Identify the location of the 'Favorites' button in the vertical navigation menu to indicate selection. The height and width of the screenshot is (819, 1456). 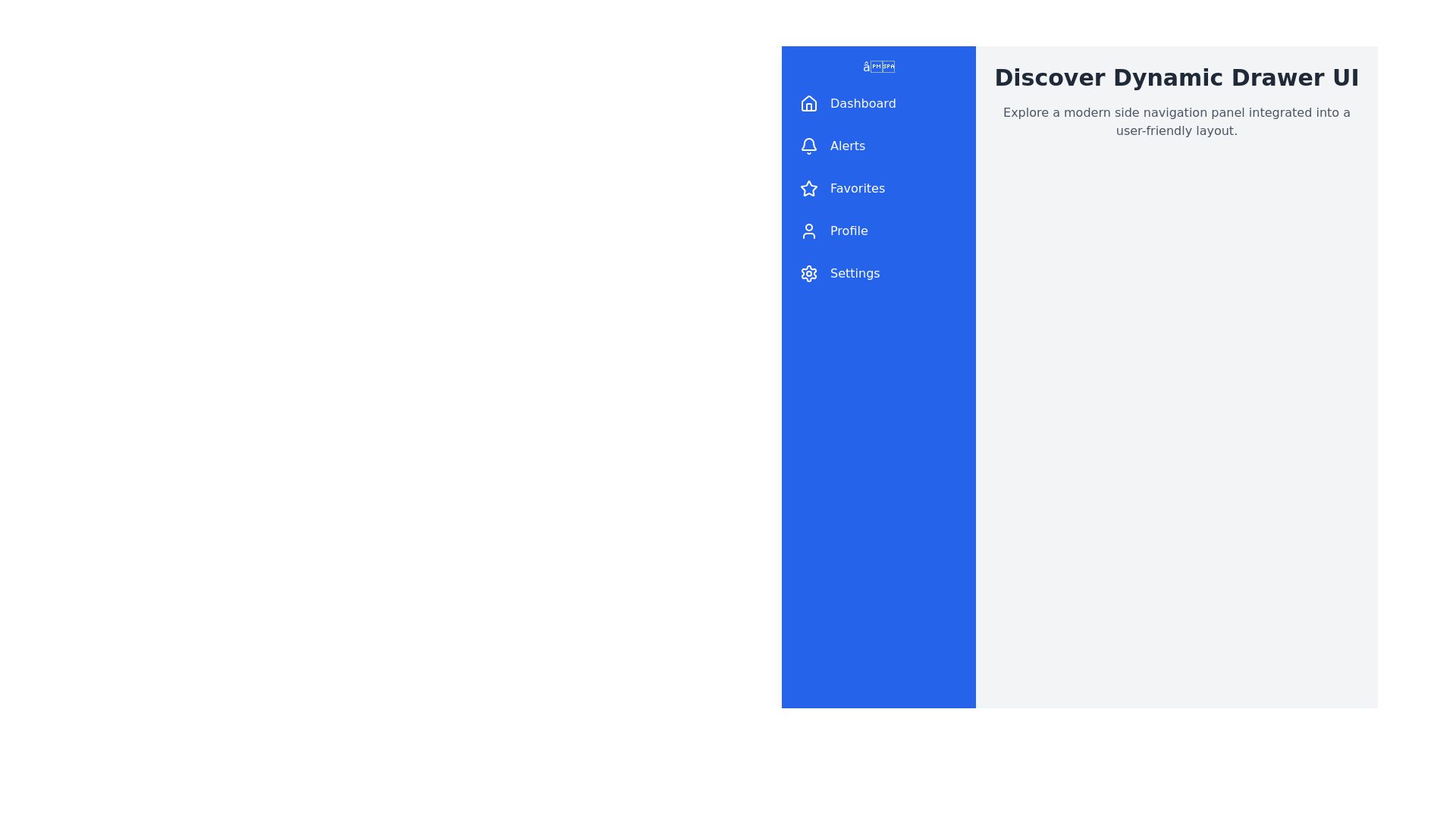
(878, 188).